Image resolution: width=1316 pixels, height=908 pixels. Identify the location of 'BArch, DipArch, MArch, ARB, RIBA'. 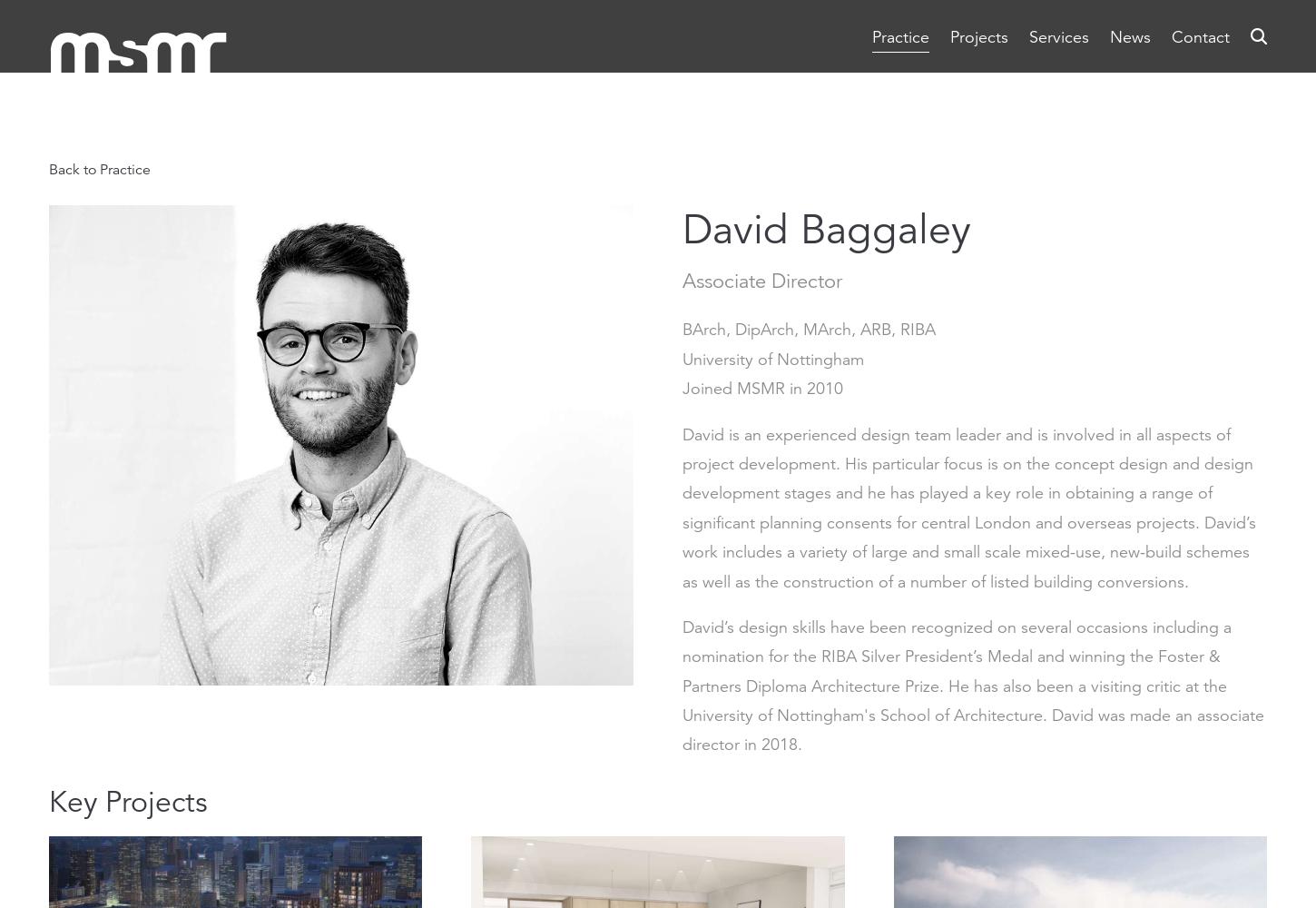
(682, 329).